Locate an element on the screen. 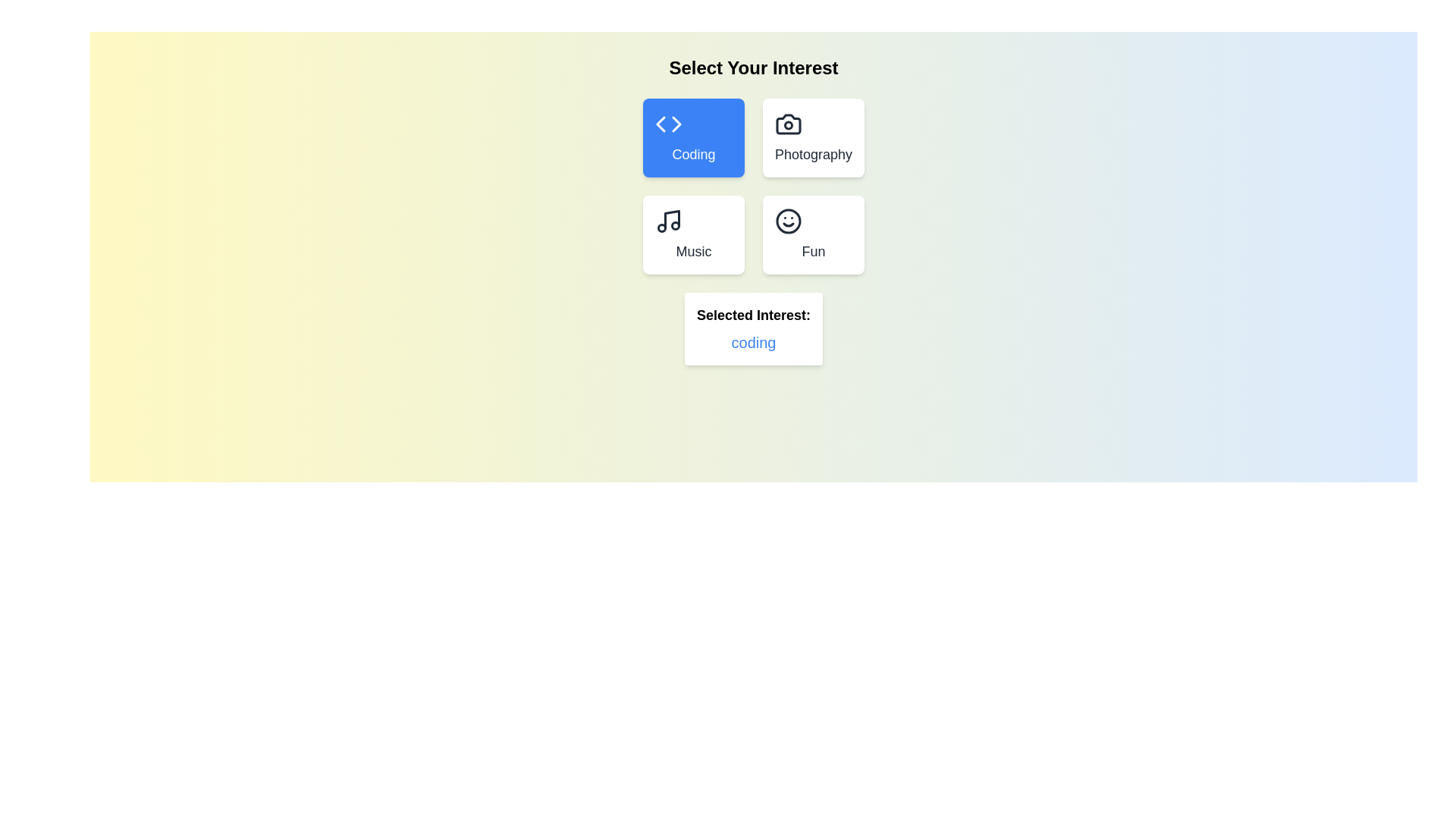  the button corresponding to the interest Coding is located at coordinates (692, 137).